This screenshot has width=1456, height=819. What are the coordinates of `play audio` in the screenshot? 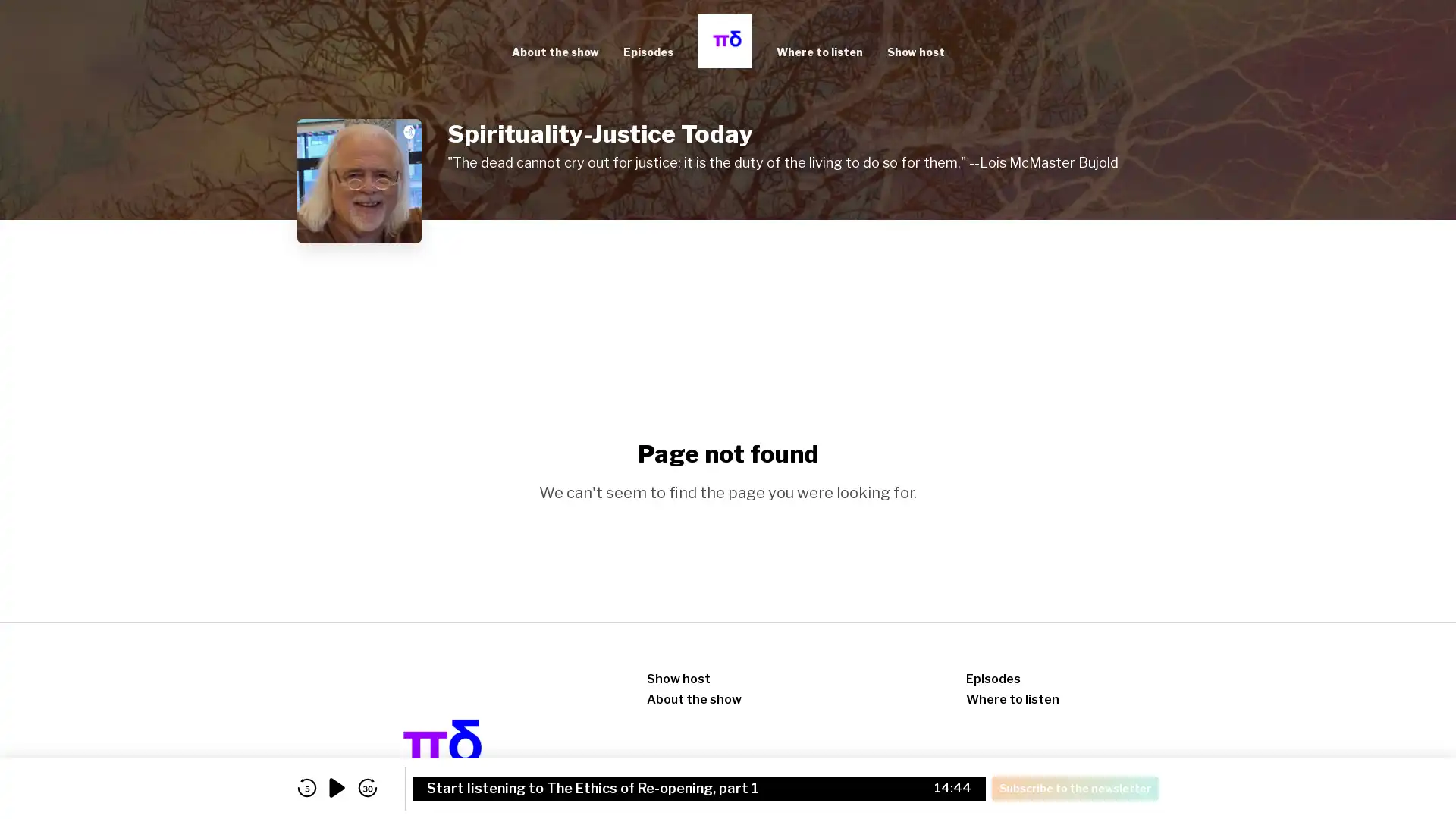 It's located at (337, 787).